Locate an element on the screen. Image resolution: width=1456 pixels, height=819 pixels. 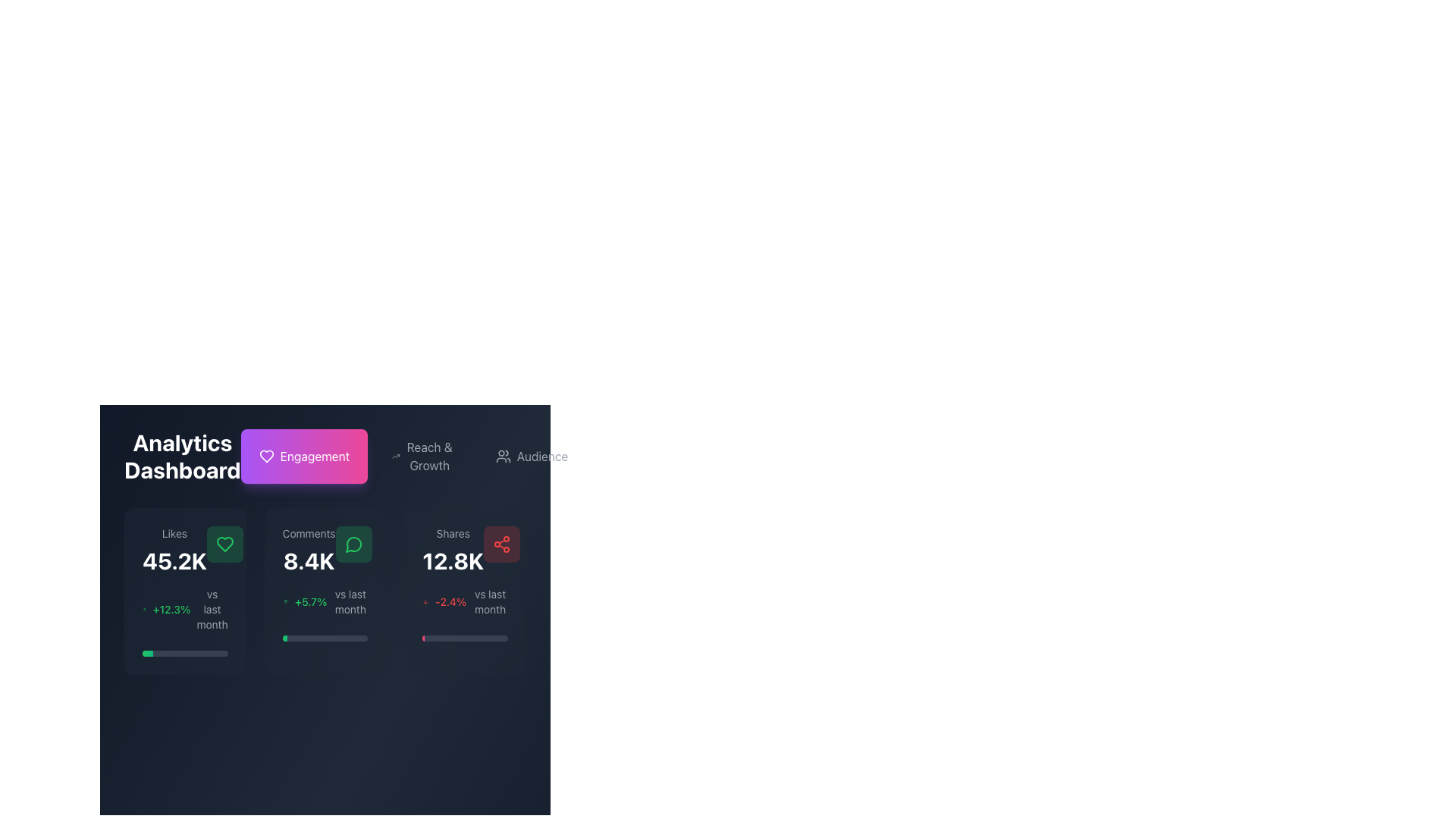
the 'Shares' static text element displaying '12.8K' with a bold white font, which is positioned on the right side of the grid along with 'Likes' and 'Comments' is located at coordinates (452, 550).